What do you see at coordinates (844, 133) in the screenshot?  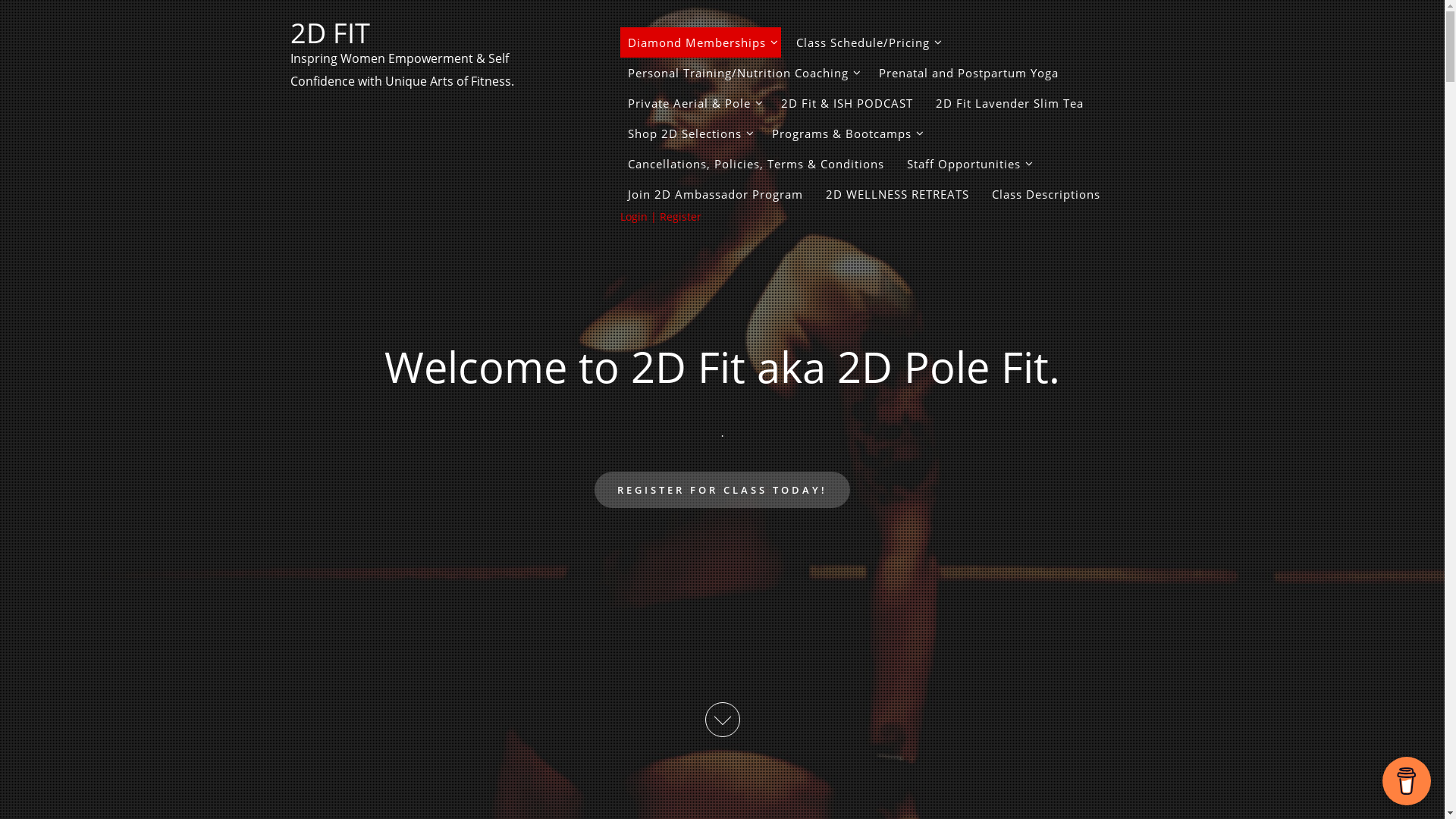 I see `'Programs & Bootcamps'` at bounding box center [844, 133].